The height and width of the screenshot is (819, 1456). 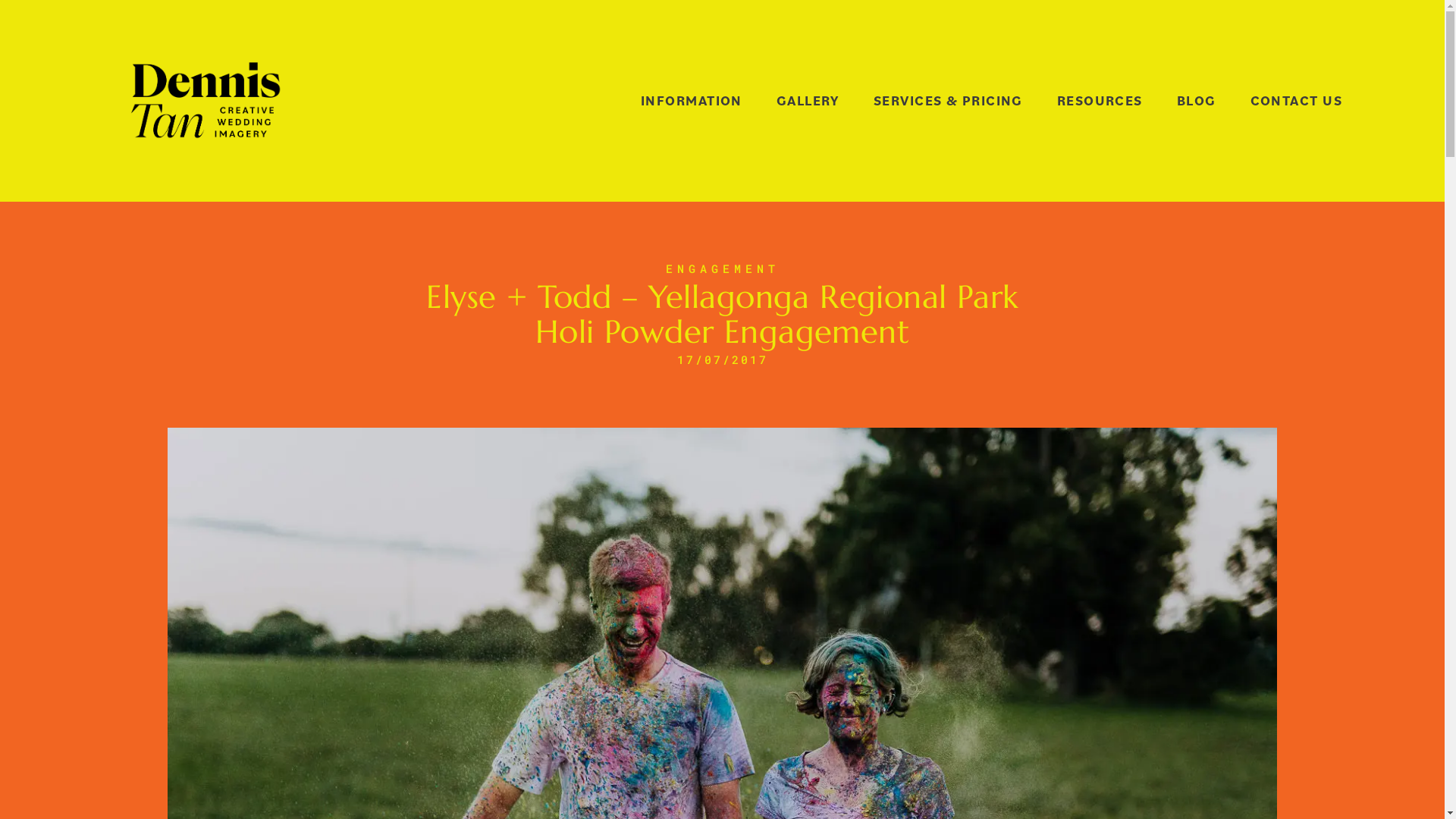 What do you see at coordinates (640, 101) in the screenshot?
I see `'INFORMATION'` at bounding box center [640, 101].